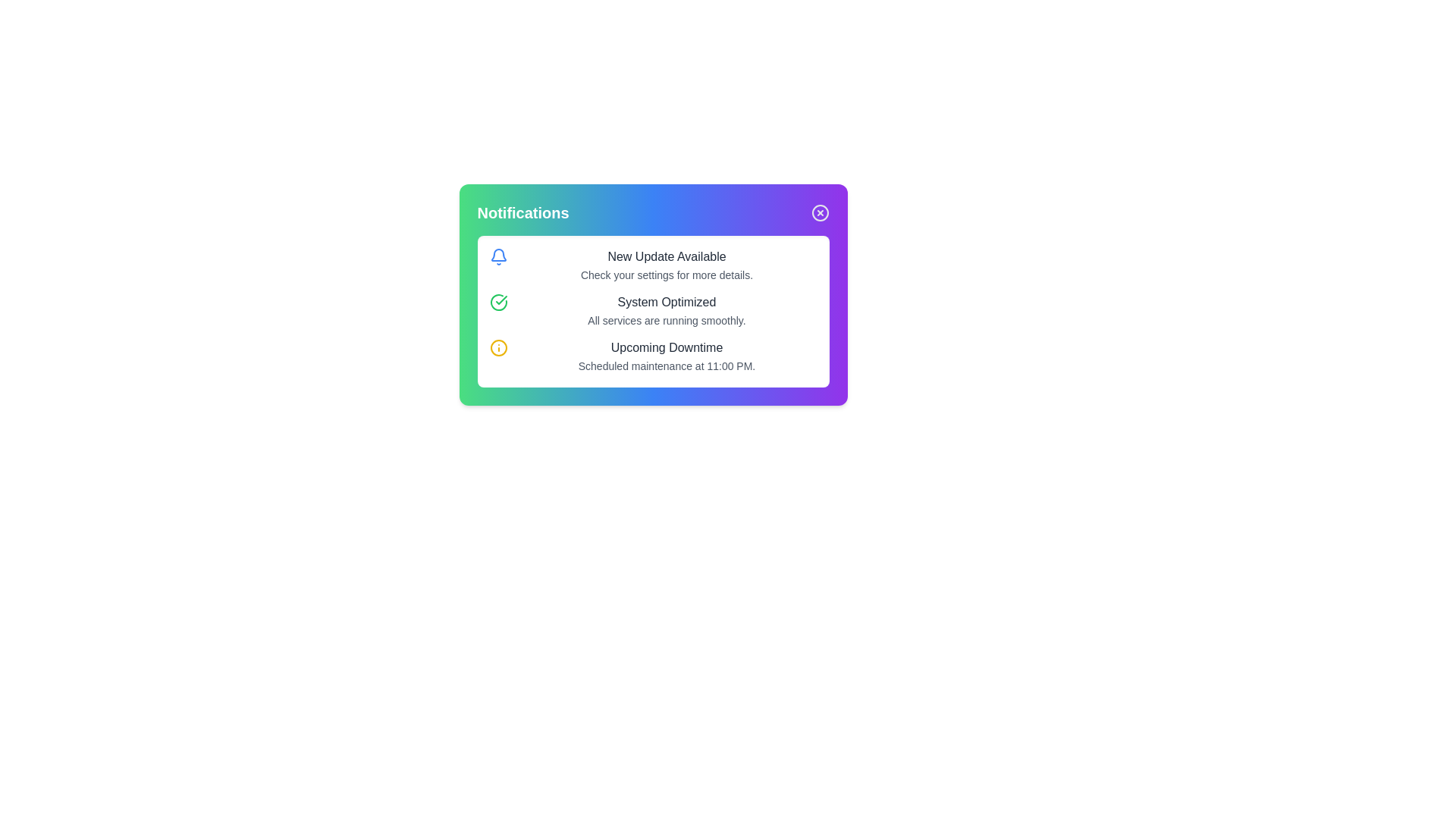 This screenshot has height=819, width=1456. Describe the element at coordinates (501, 300) in the screenshot. I see `checkmark icon within the SVG graphic located in the notifications panel, which indicates a successful state` at that location.